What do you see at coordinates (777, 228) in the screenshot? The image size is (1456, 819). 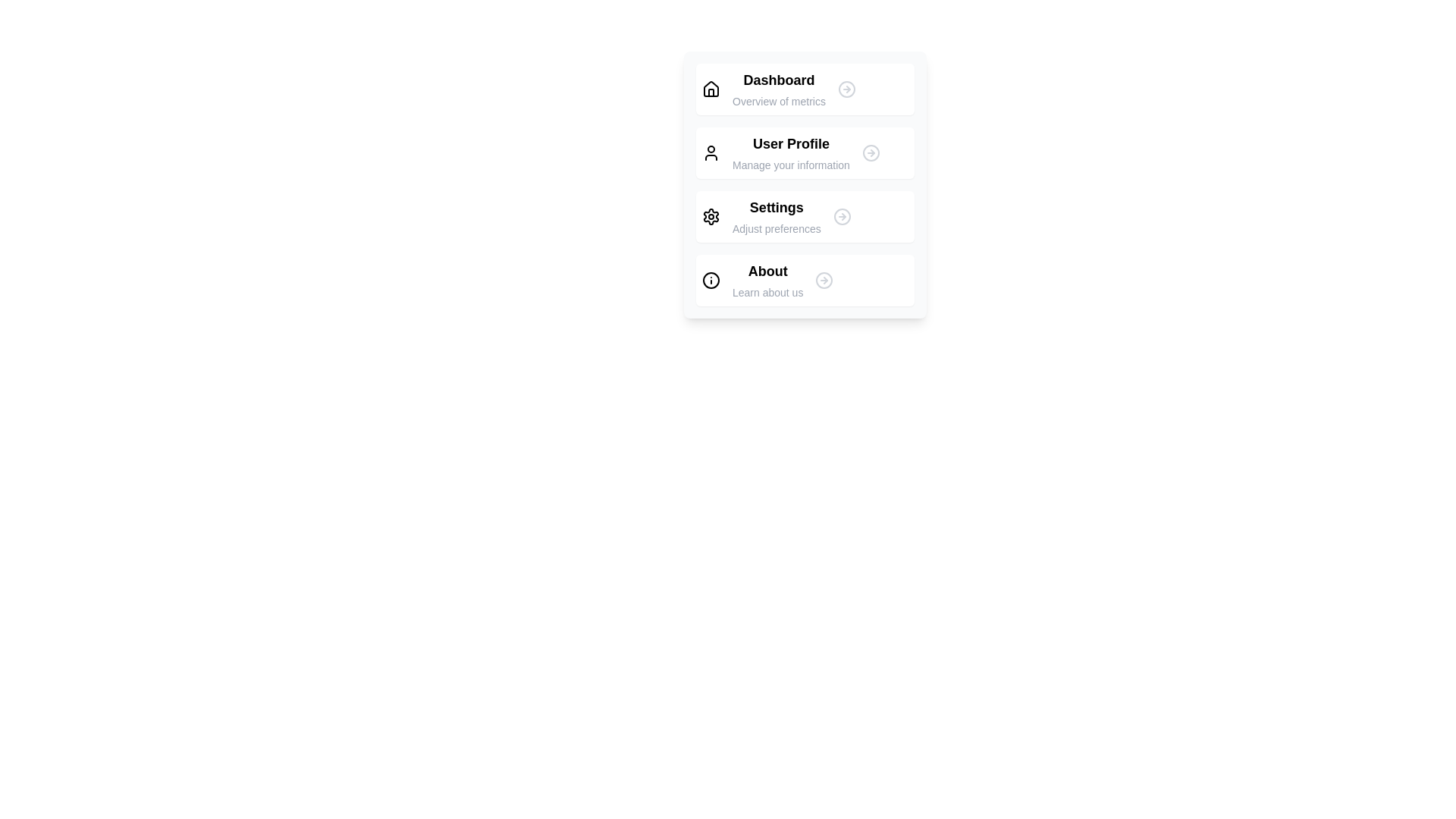 I see `the non-interactive Text Label that provides supplementary information about the 'Settings' section, located beneath the 'Settings' title` at bounding box center [777, 228].